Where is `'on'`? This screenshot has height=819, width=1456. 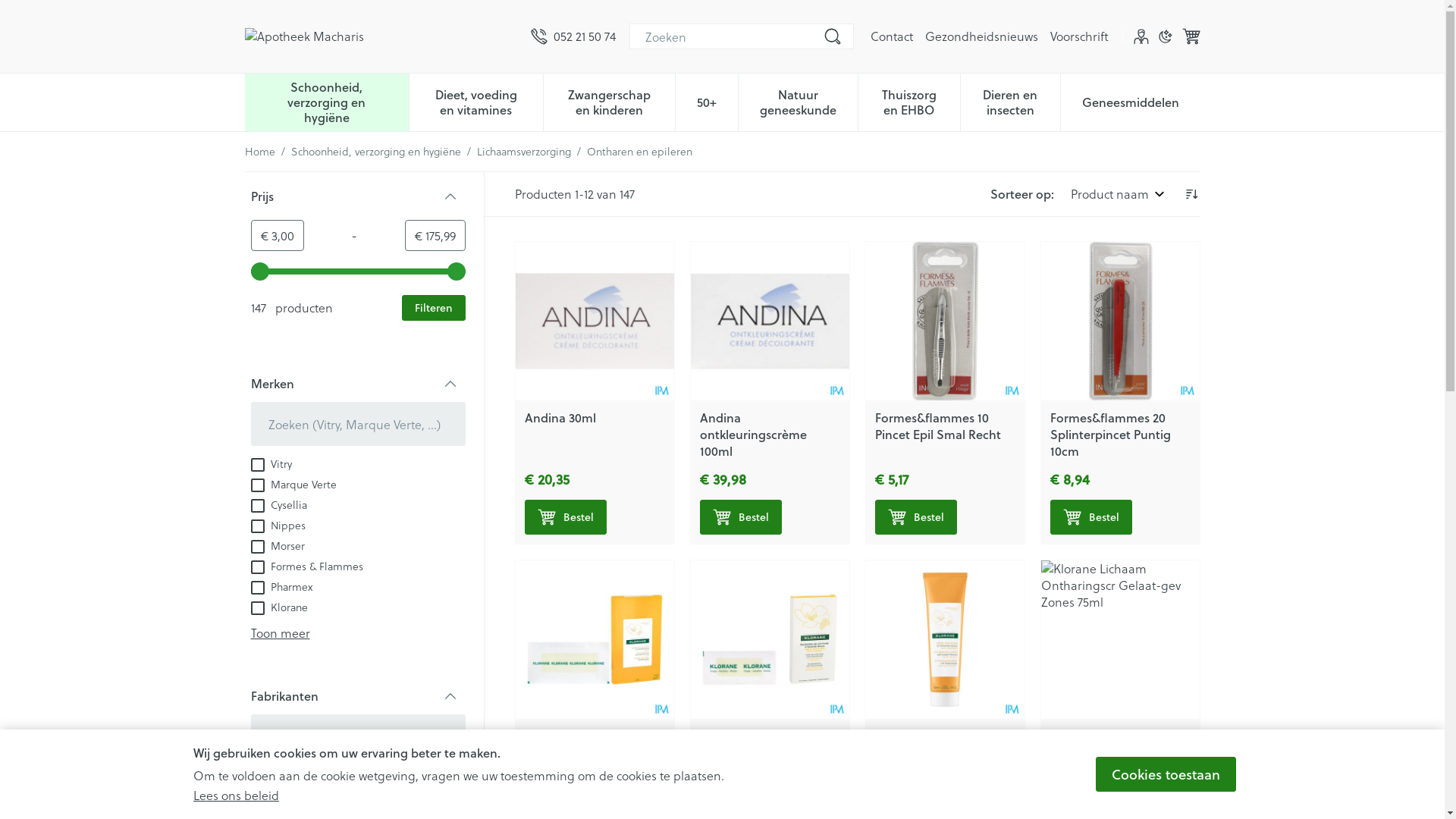
'on' is located at coordinates (257, 526).